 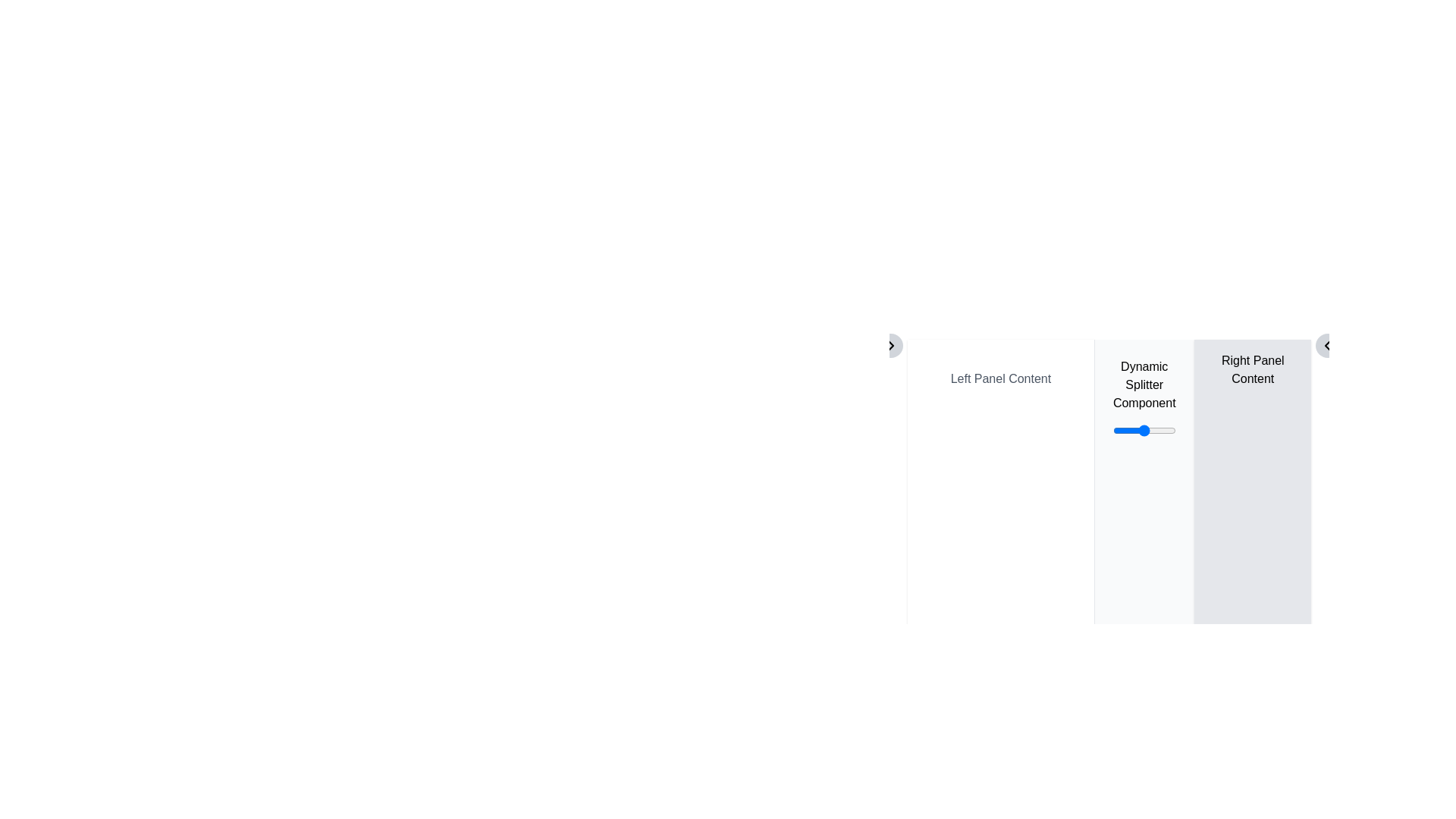 I want to click on the slider value, so click(x=1152, y=430).